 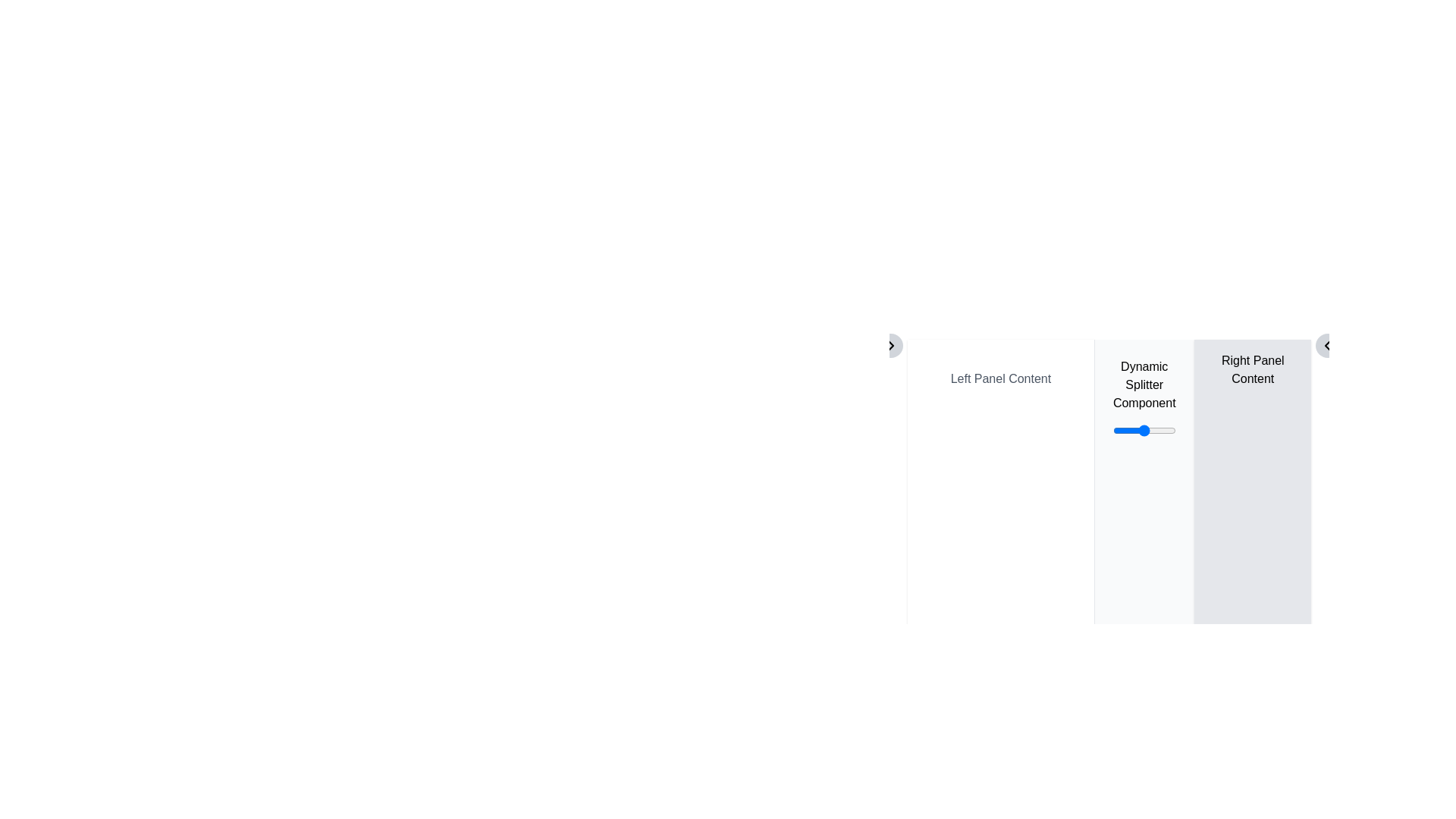 I want to click on the slider value, so click(x=1152, y=430).